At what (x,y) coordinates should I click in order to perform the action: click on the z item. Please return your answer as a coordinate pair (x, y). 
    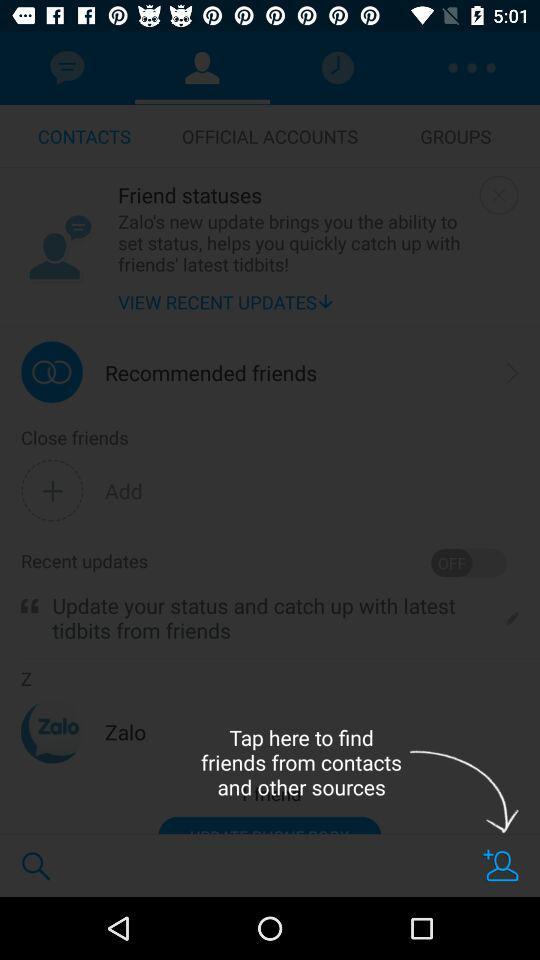
    Looking at the image, I should click on (25, 679).